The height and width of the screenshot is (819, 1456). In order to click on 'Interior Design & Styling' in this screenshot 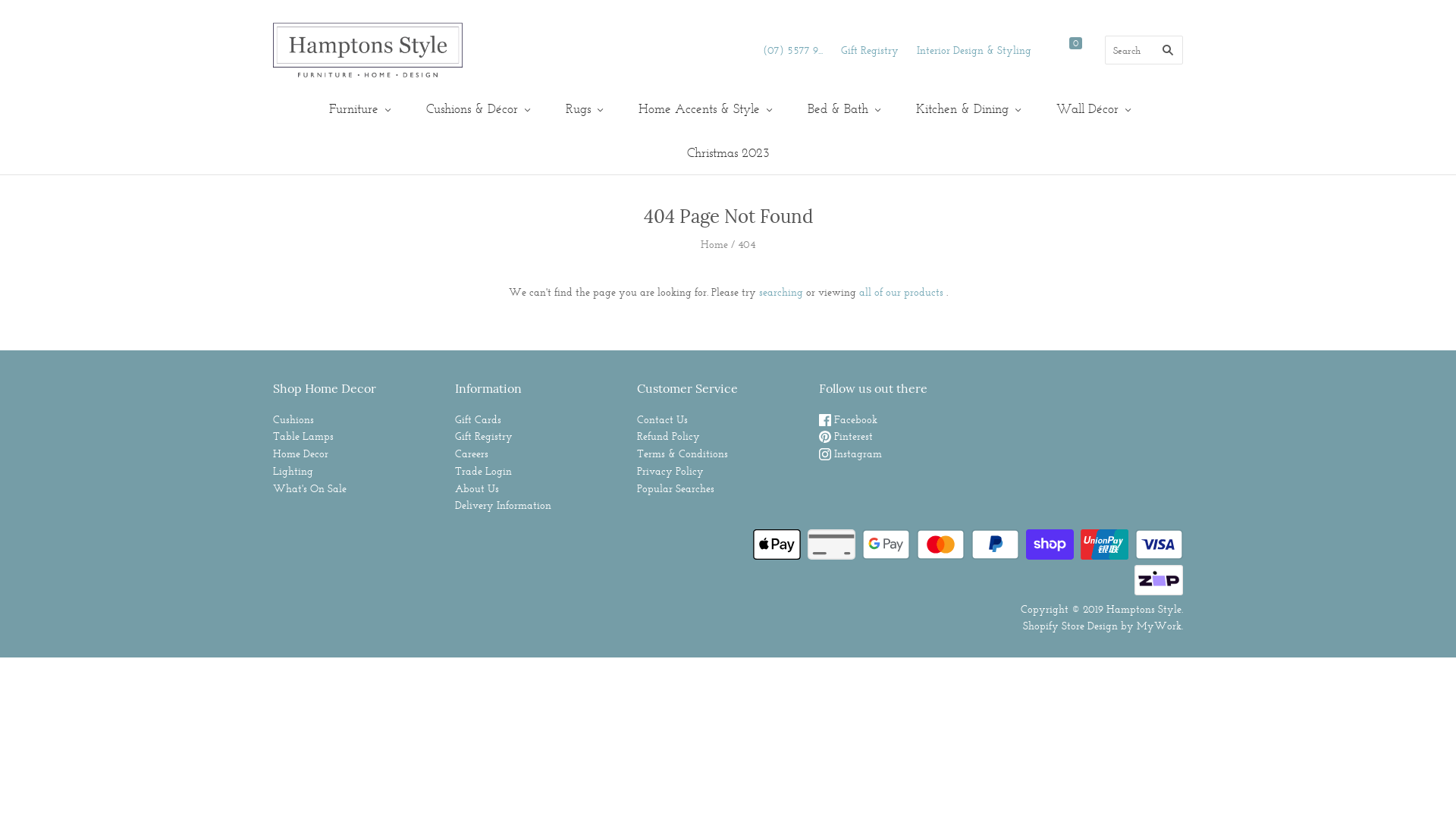, I will do `click(916, 49)`.